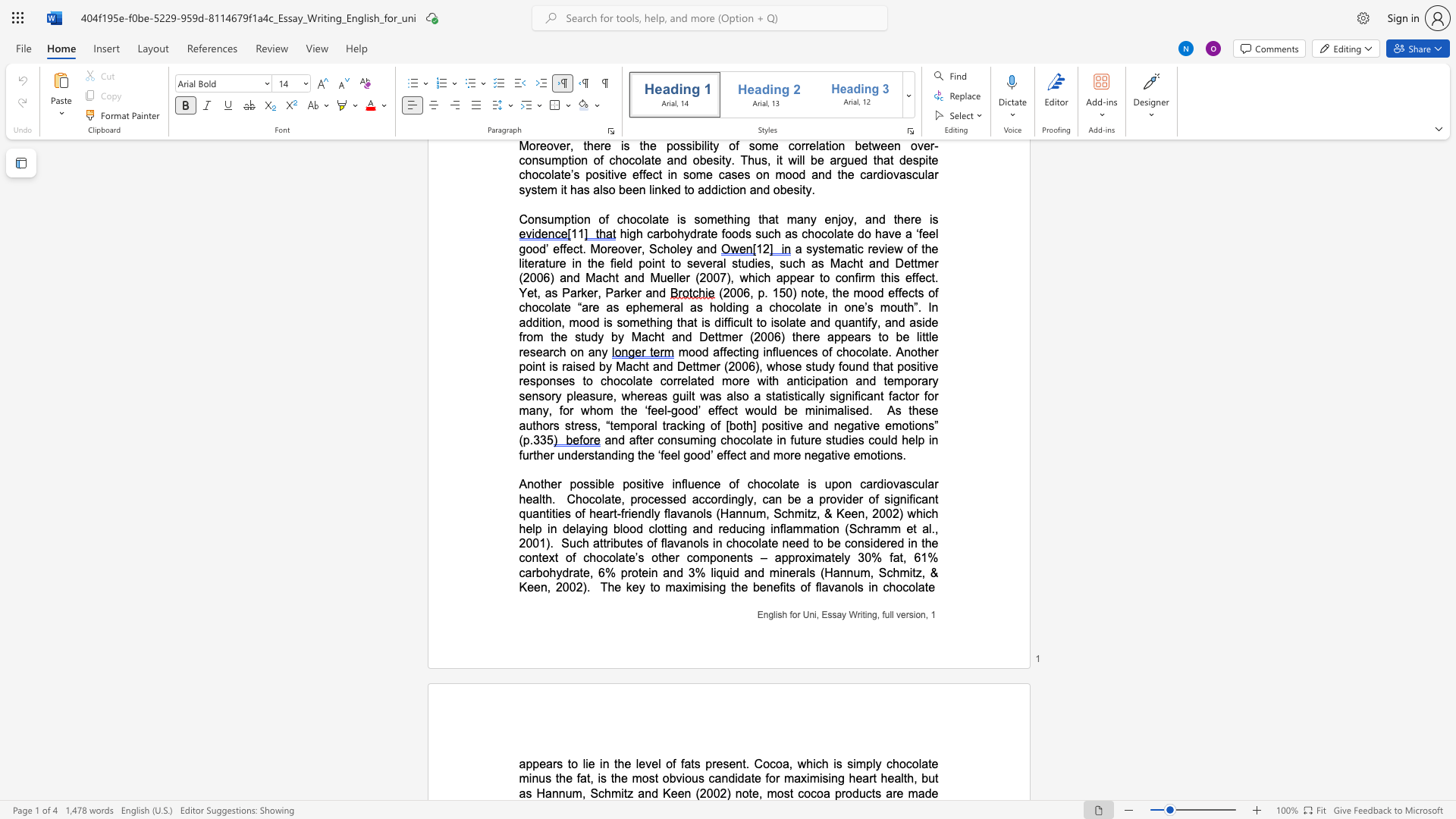  Describe the element at coordinates (909, 573) in the screenshot. I see `the subset text "itz," within the text "mitz, & Keen, 2002)"` at that location.